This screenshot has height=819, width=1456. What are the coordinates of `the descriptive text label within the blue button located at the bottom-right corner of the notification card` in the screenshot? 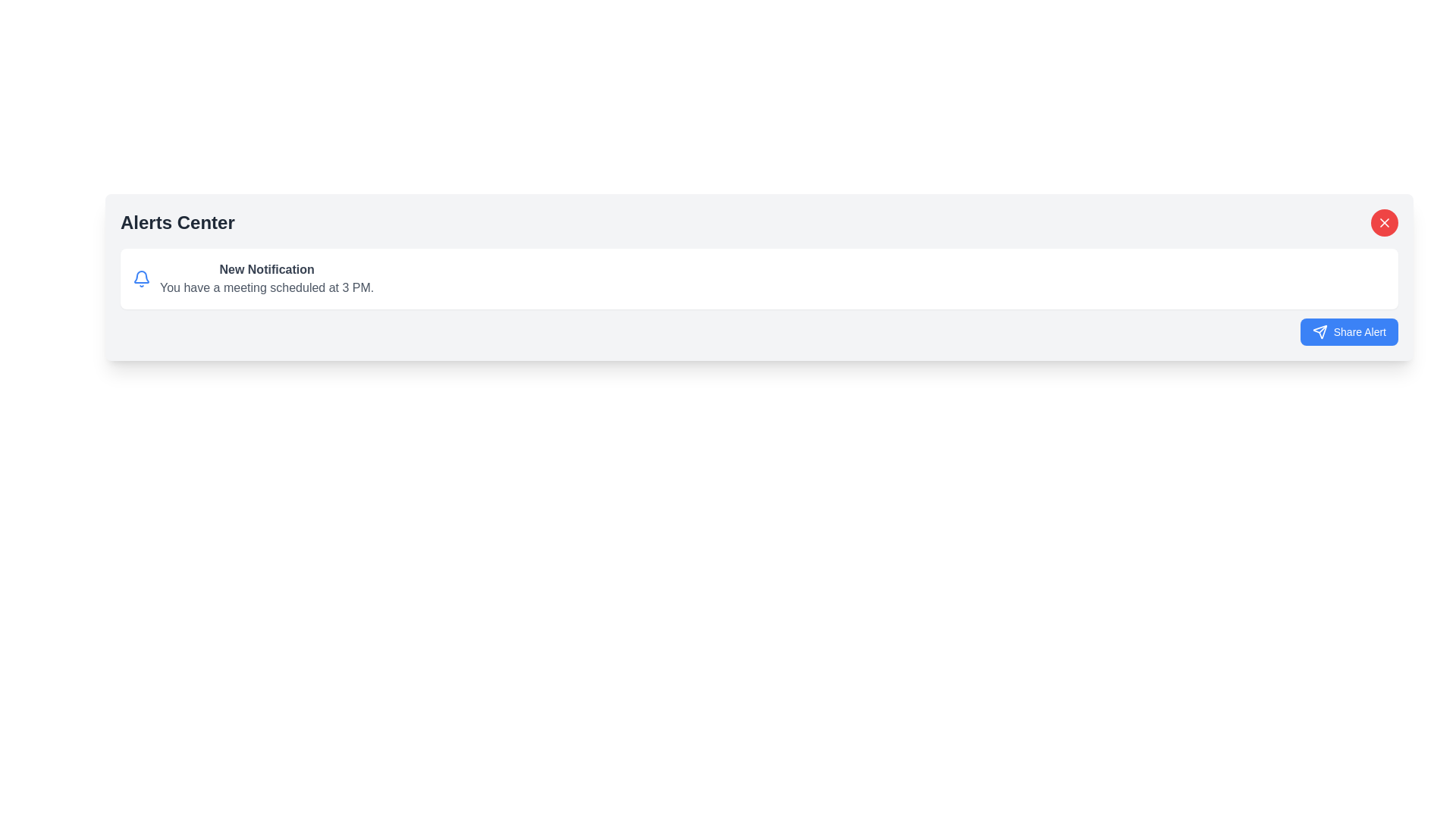 It's located at (1360, 331).